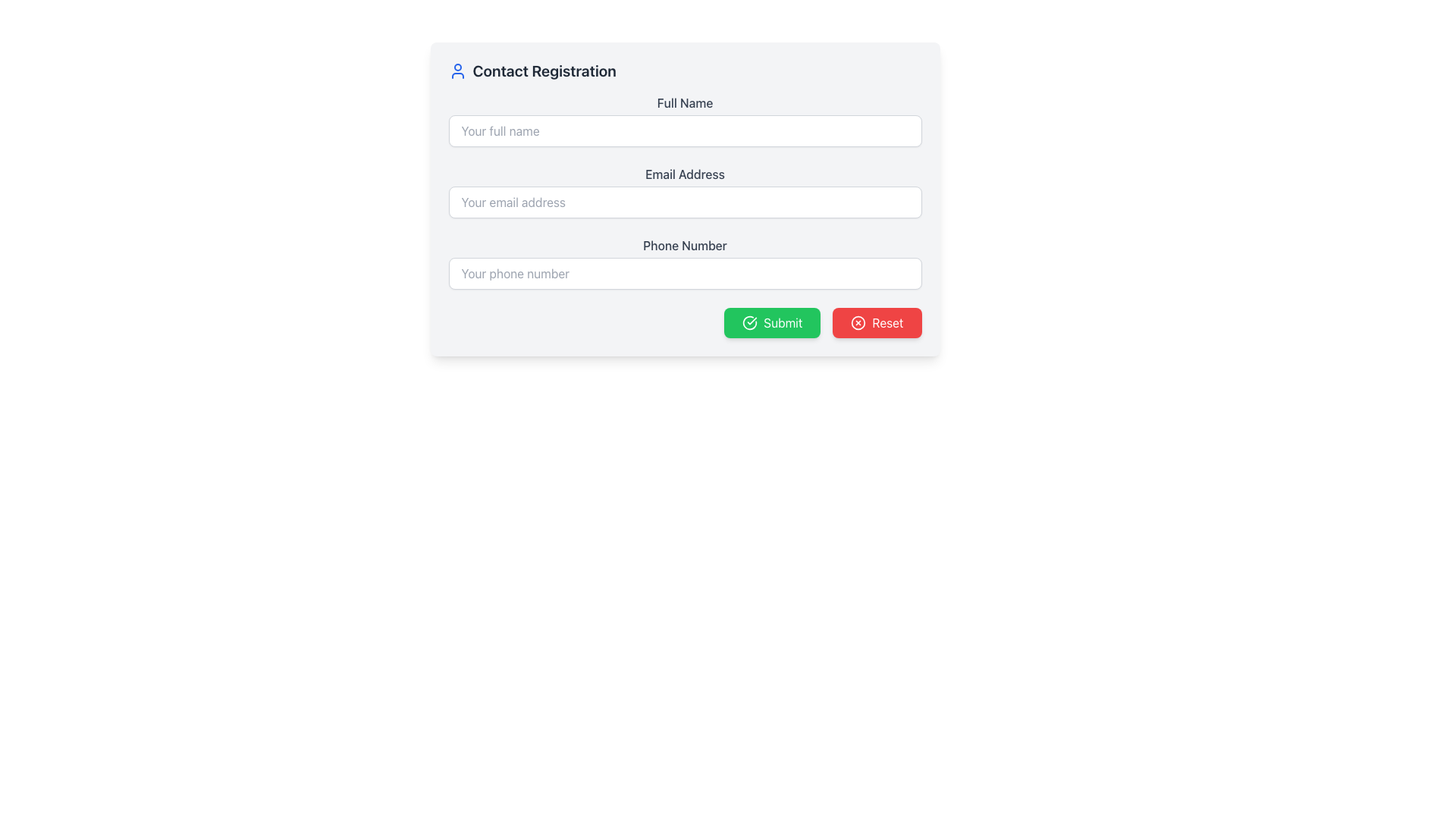  What do you see at coordinates (772, 322) in the screenshot?
I see `the submission button located in the bottom-right section of the card layout, positioned to the left of the red 'Reset' button` at bounding box center [772, 322].